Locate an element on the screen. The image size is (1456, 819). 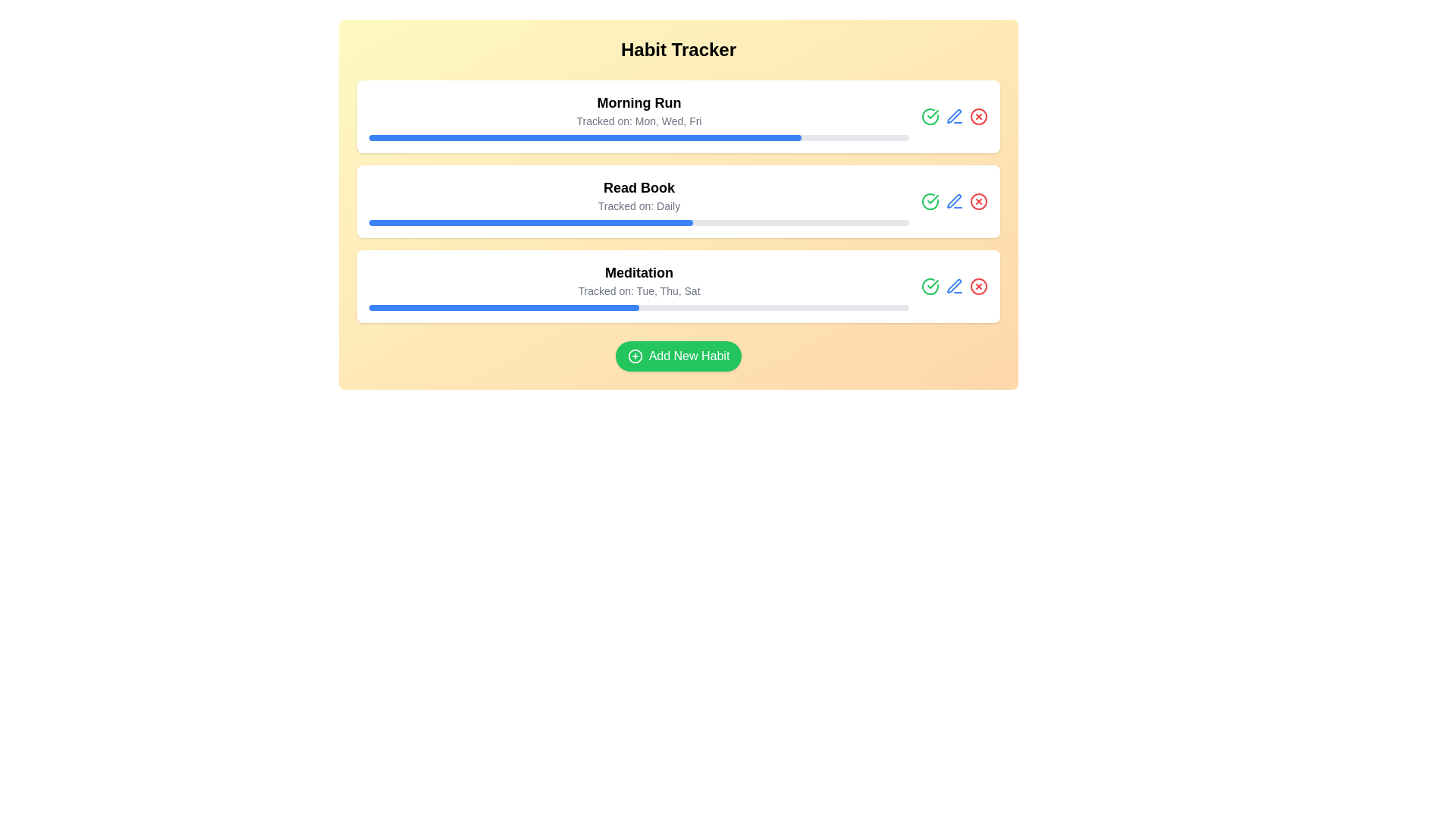
the edit button is located at coordinates (952, 286).